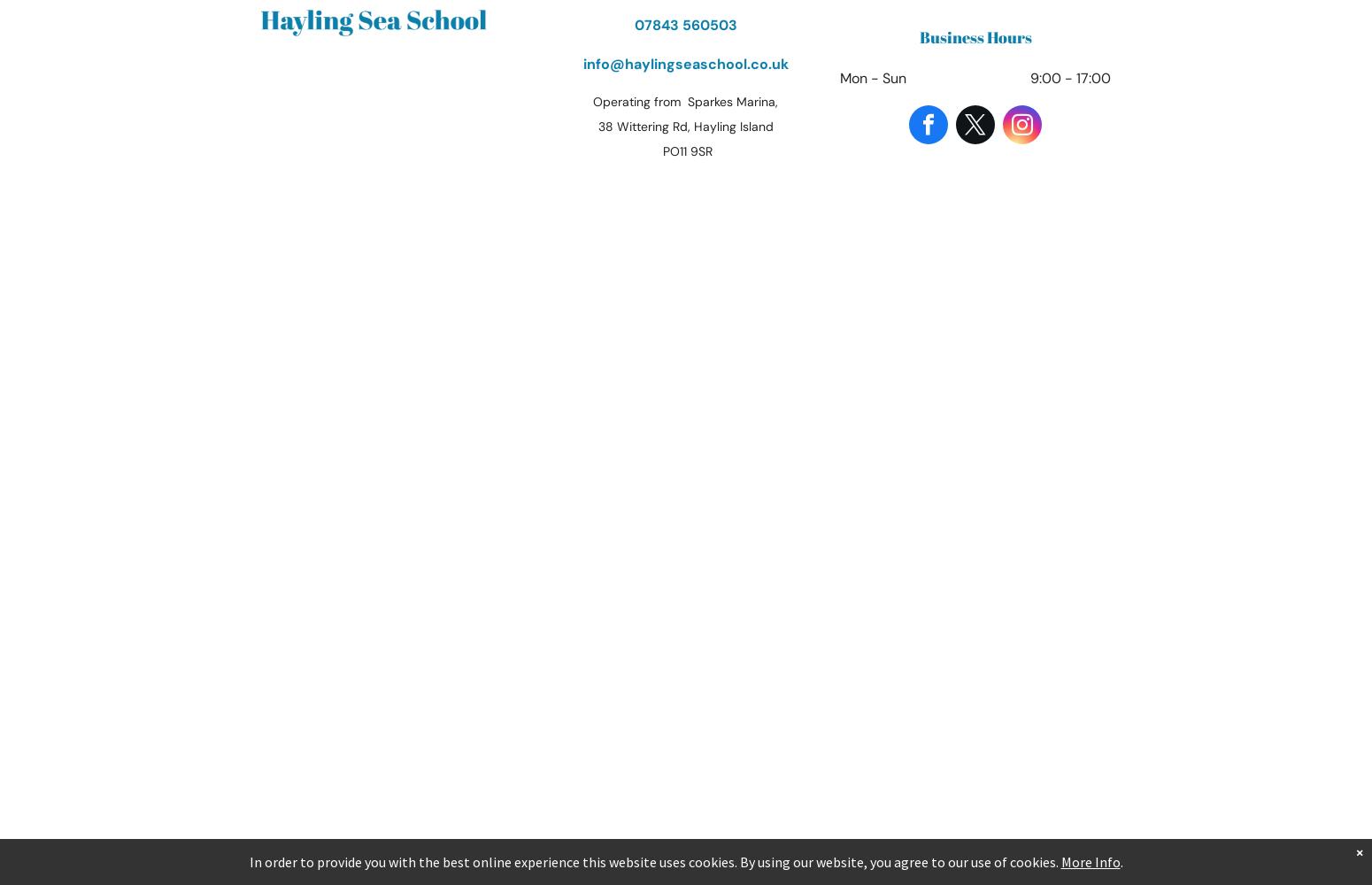 The width and height of the screenshot is (1372, 885). I want to click on '.', so click(1120, 861).